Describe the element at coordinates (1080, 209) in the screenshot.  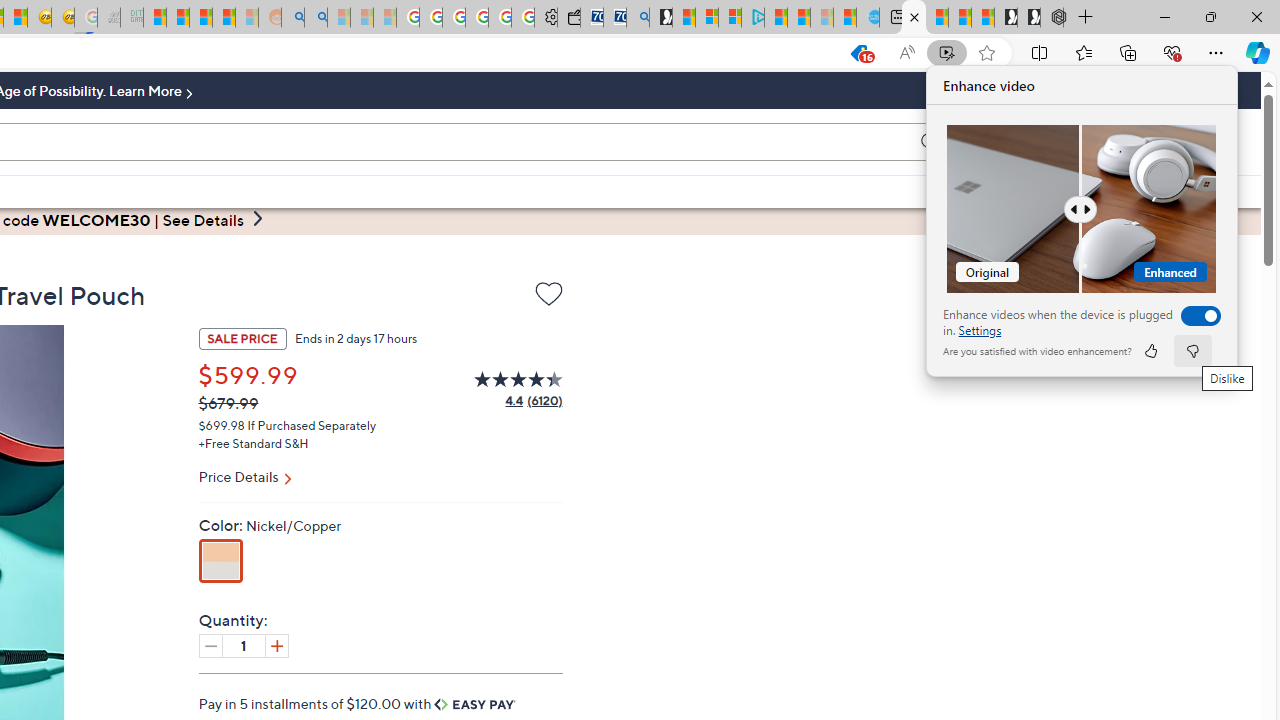
I see `'Comparision'` at that location.